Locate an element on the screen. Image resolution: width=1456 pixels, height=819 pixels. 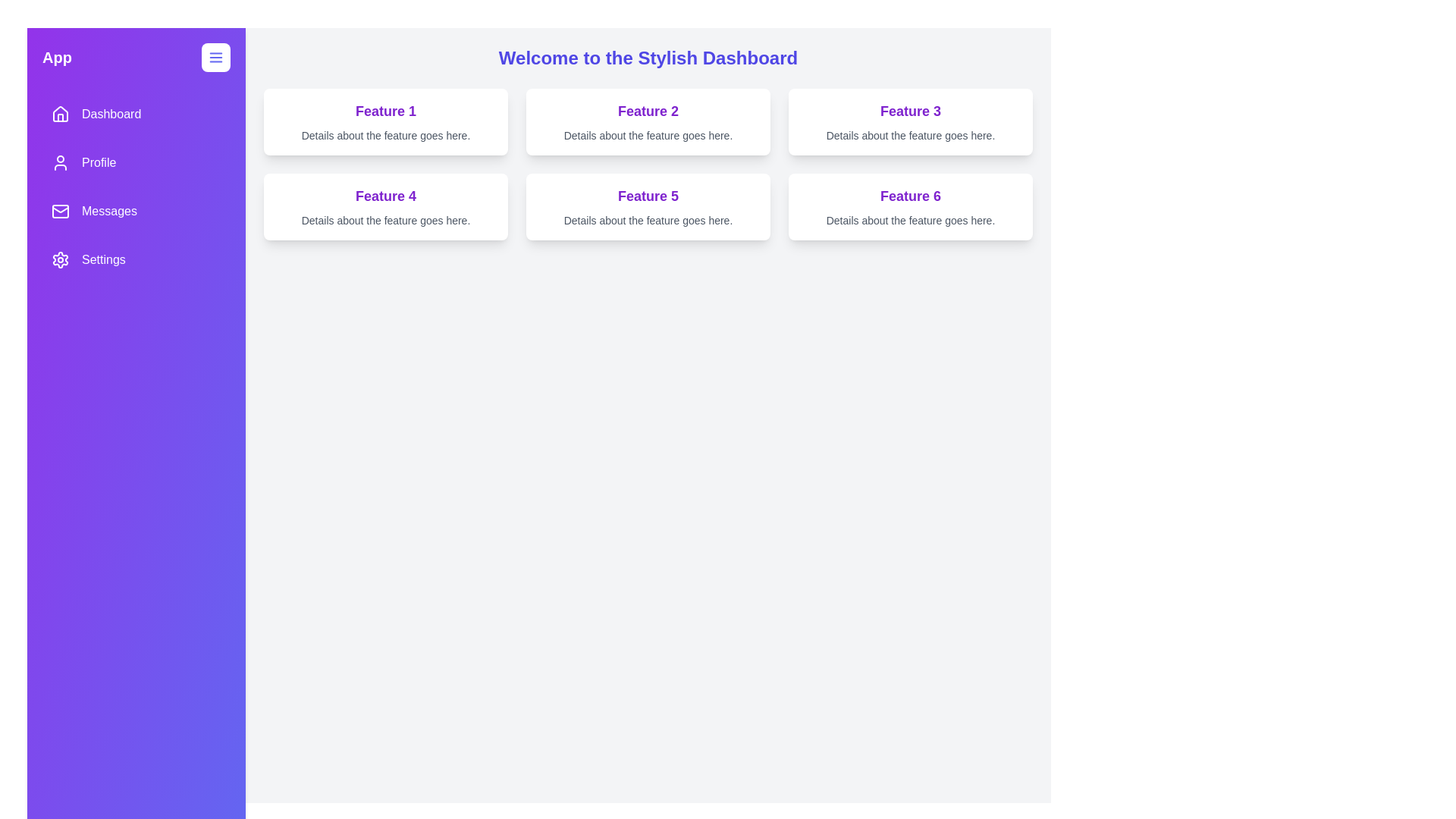
the card displaying 'Feature 5' located in the second row and second column of the grid layout is located at coordinates (648, 207).